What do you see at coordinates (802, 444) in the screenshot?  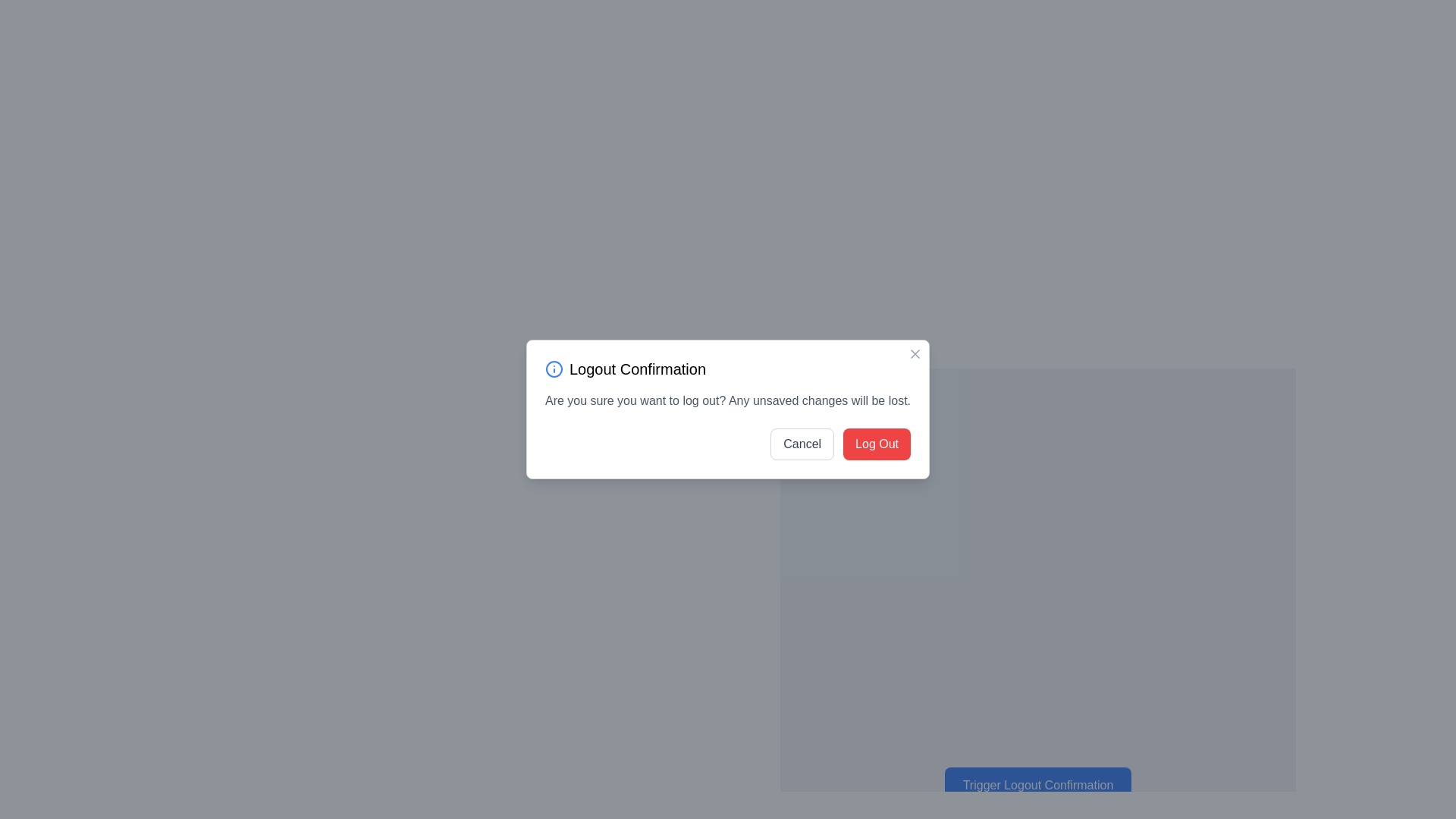 I see `the 'Cancel' button located in the 'Logout Confirmation' dialog box` at bounding box center [802, 444].